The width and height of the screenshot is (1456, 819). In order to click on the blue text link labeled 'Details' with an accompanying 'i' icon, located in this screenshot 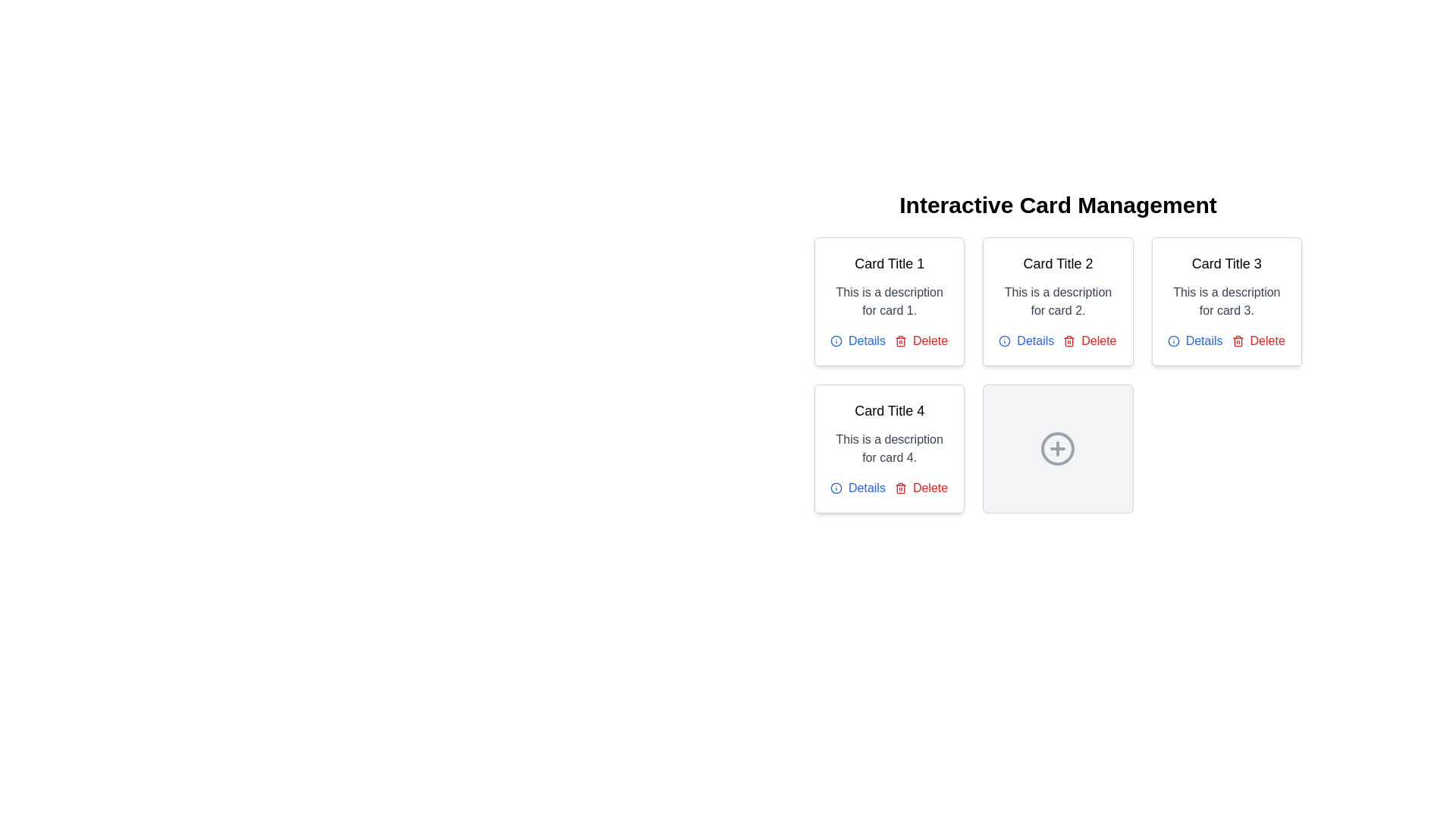, I will do `click(858, 341)`.